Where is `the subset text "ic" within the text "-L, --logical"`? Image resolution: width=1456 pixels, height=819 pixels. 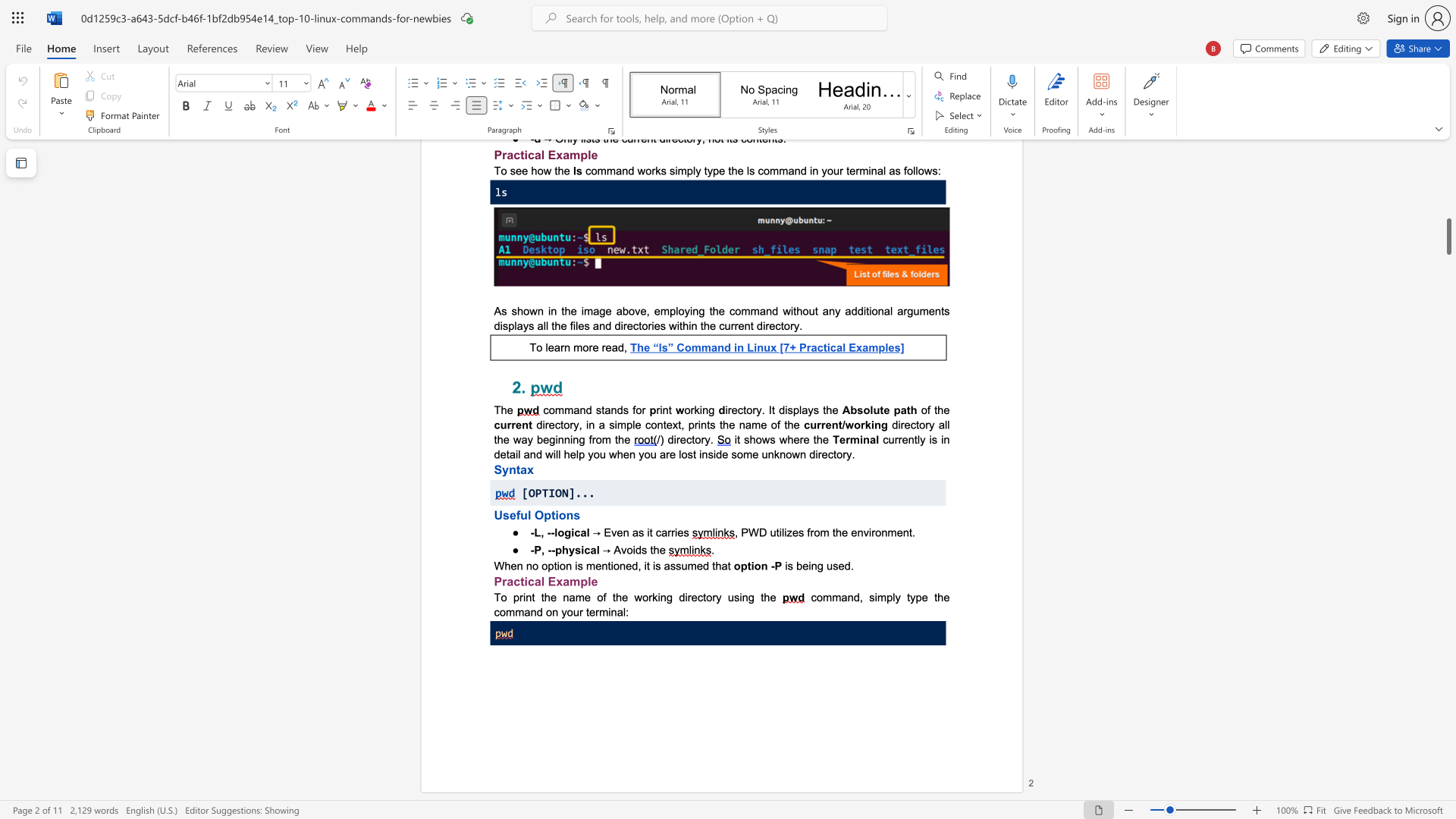
the subset text "ic" within the text "-L, --logical" is located at coordinates (570, 532).